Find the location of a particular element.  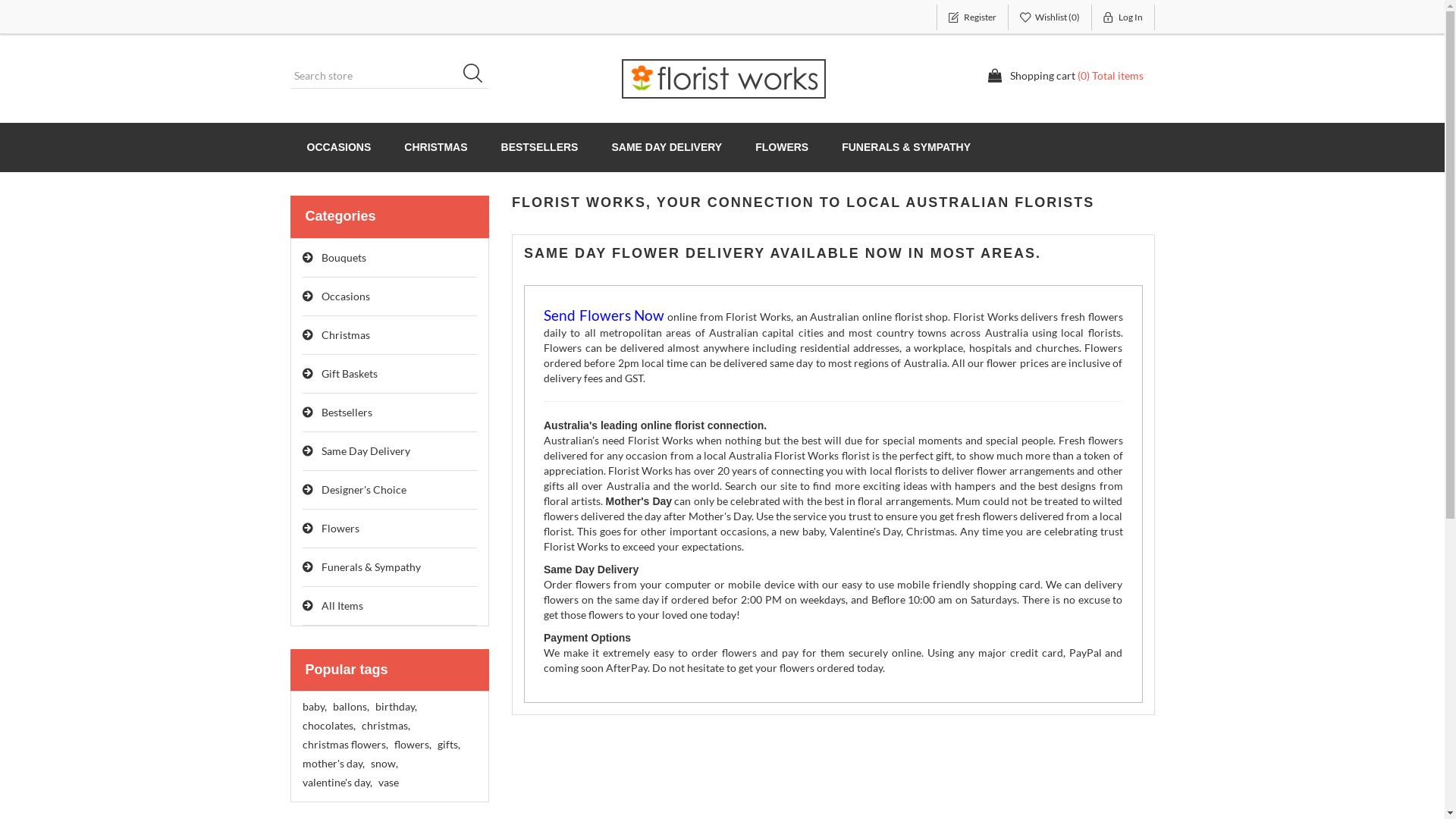

'valentine's day,' is located at coordinates (302, 783).